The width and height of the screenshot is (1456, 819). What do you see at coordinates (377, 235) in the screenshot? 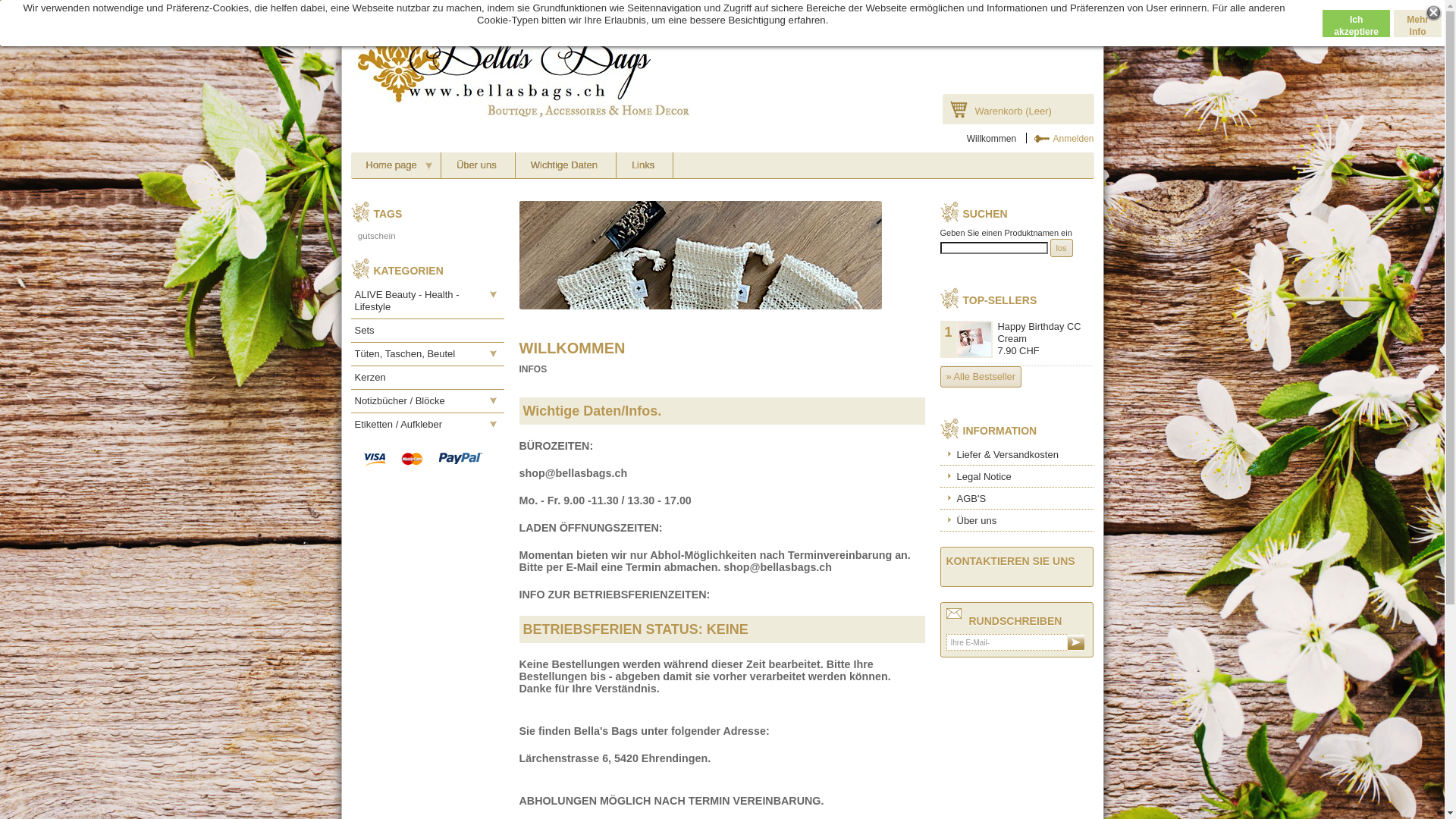
I see `'gutschein'` at bounding box center [377, 235].